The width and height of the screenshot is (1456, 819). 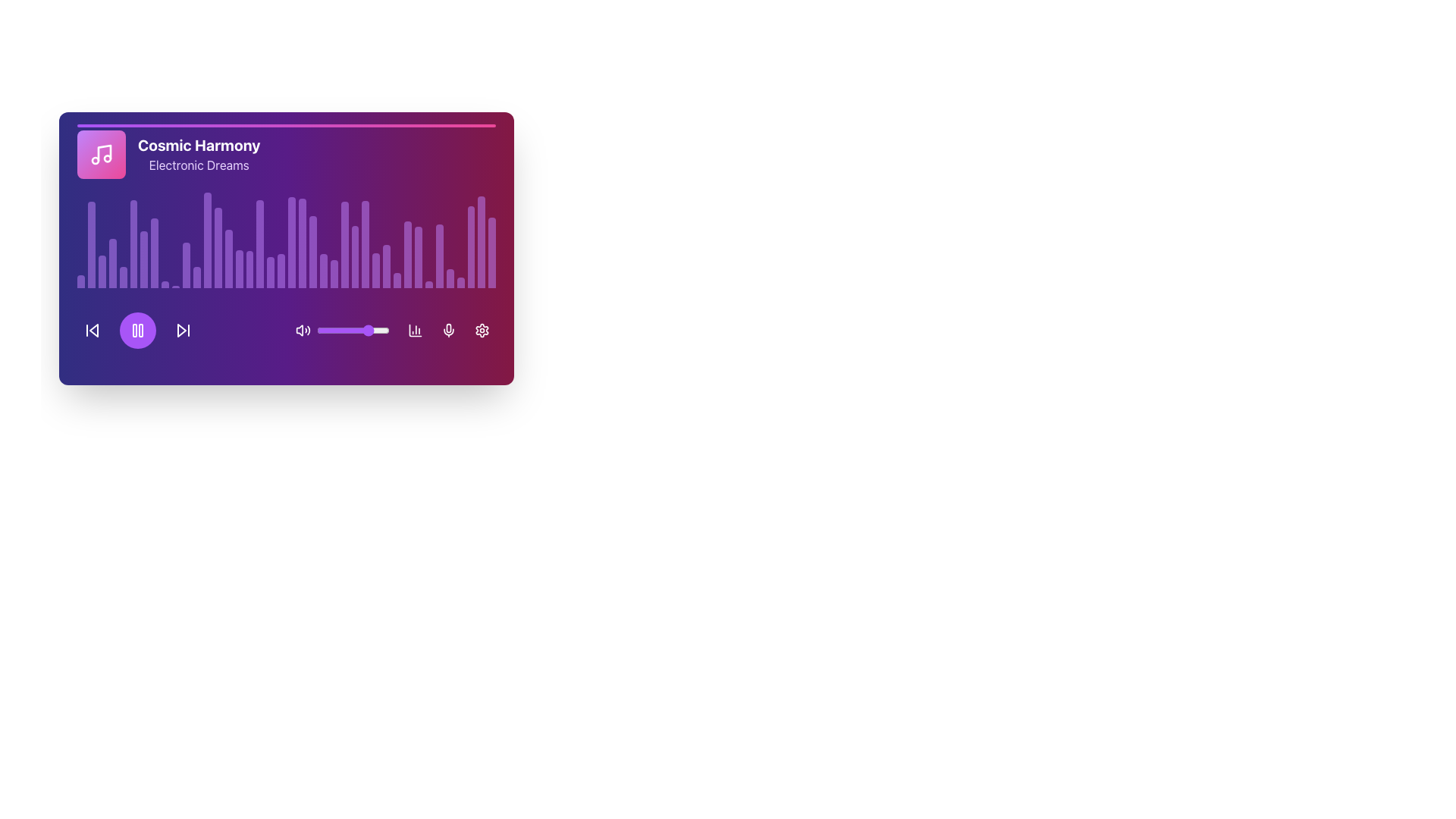 What do you see at coordinates (438, 255) in the screenshot?
I see `the 36th graphical bar in a sequence of 48 bars, which visually represents audio activity, located towards the right side of the group` at bounding box center [438, 255].